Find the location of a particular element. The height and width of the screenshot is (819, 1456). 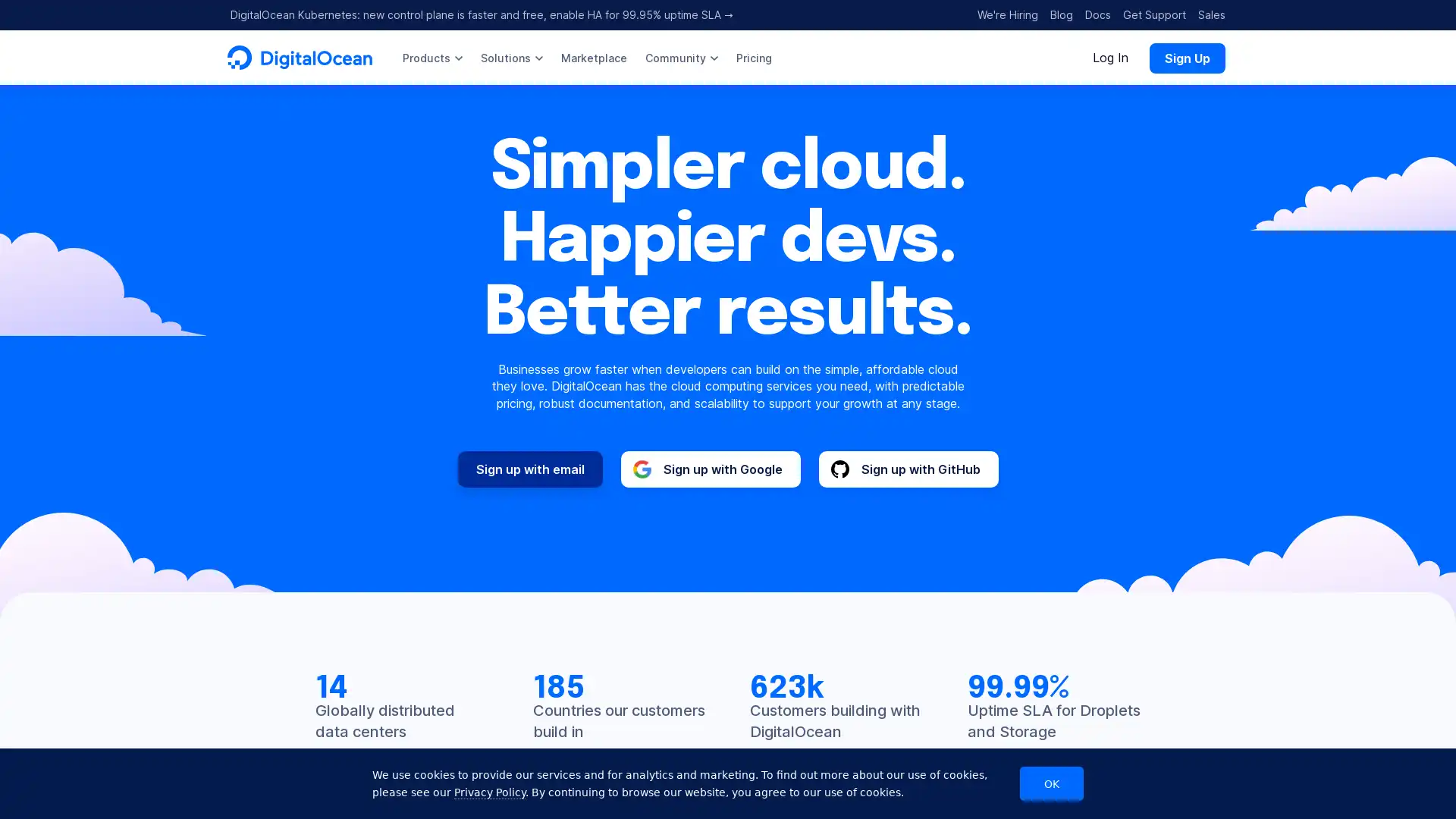

Community is located at coordinates (680, 57).